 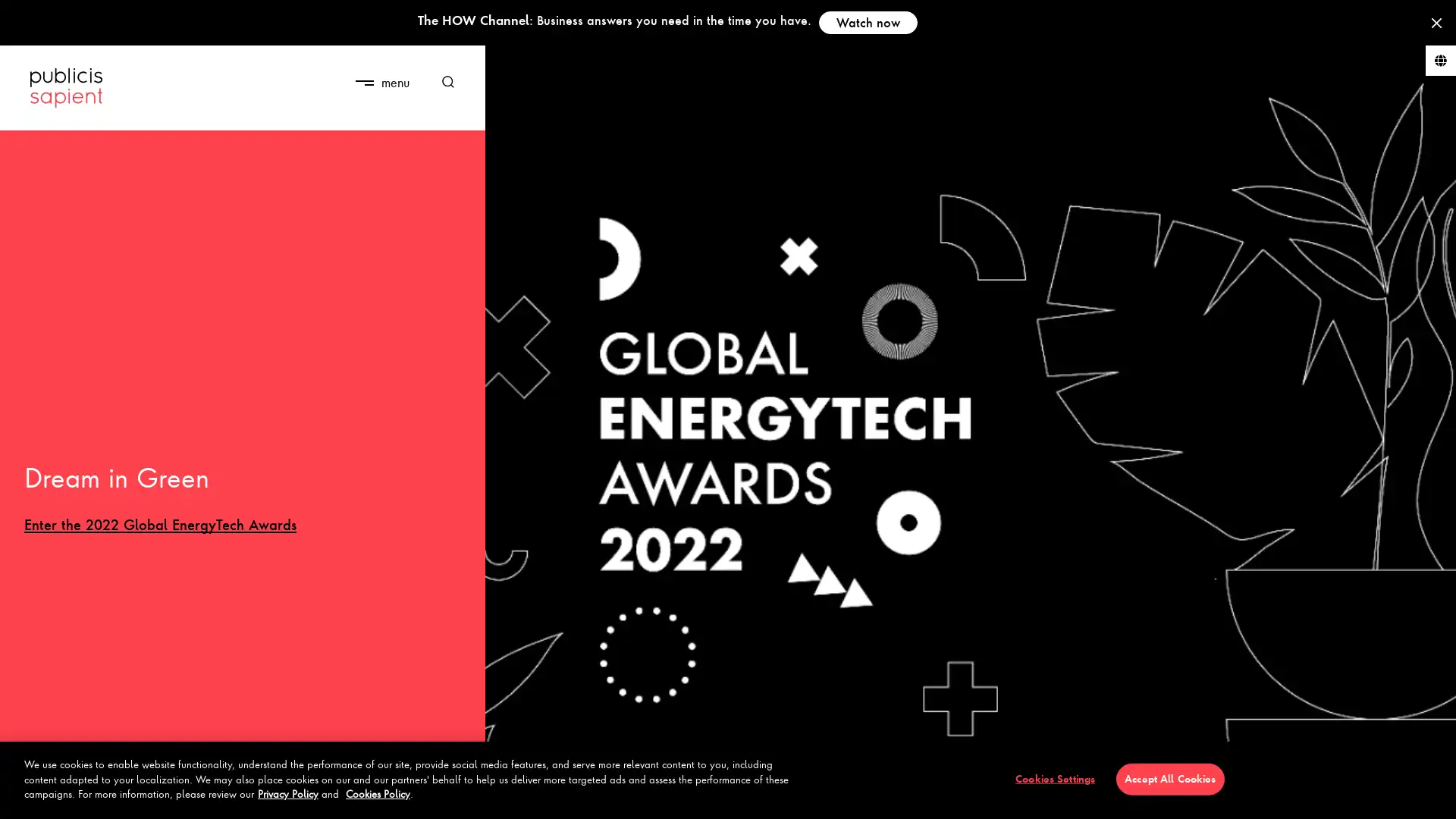 What do you see at coordinates (156, 798) in the screenshot?
I see `Display Slide 6` at bounding box center [156, 798].